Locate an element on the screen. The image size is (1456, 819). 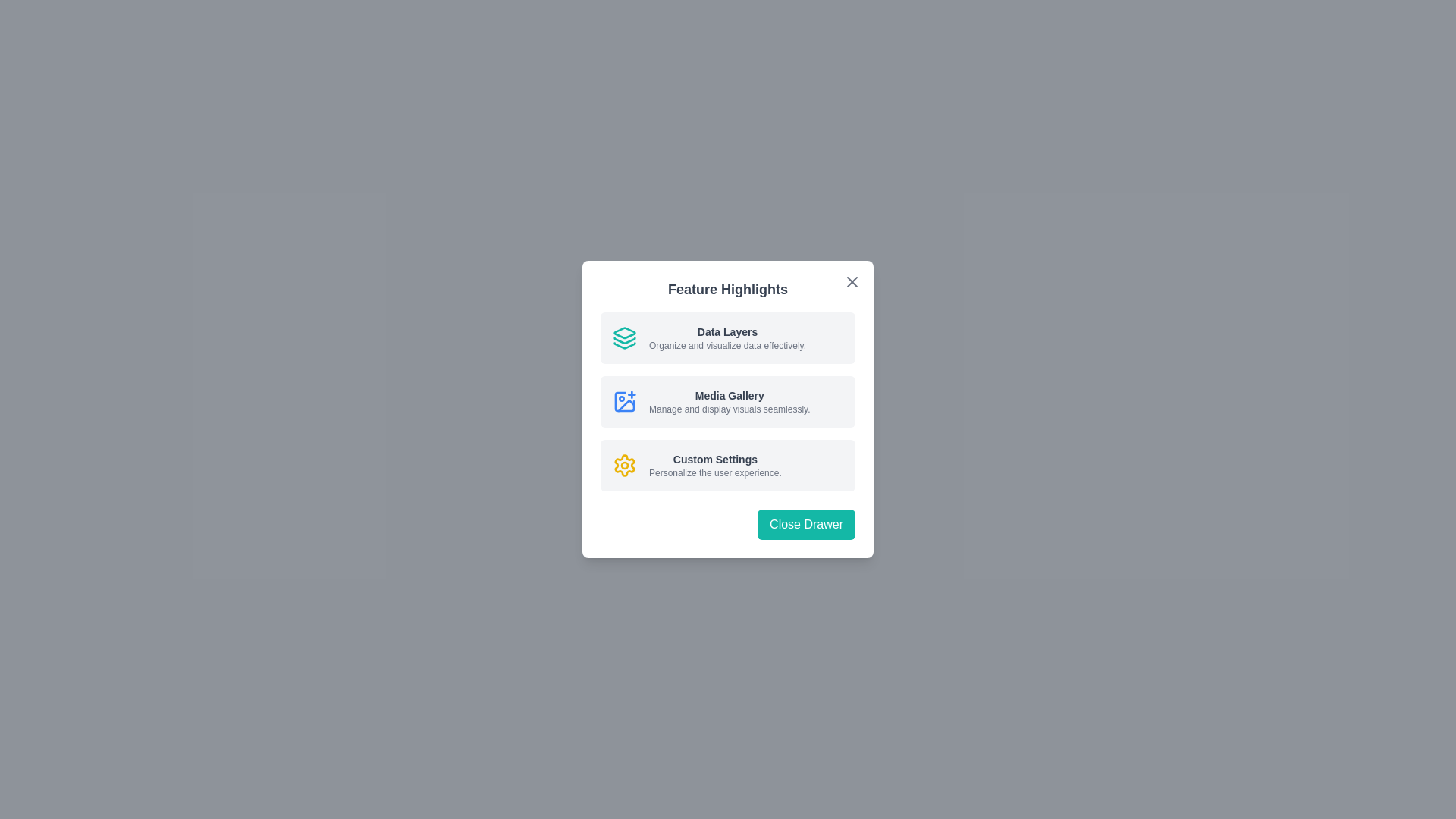
the bottom-most triangular layer of the teal graphical icon situated at the top left of the 'Data Layers' text label in the feature highlight dialog box is located at coordinates (625, 345).